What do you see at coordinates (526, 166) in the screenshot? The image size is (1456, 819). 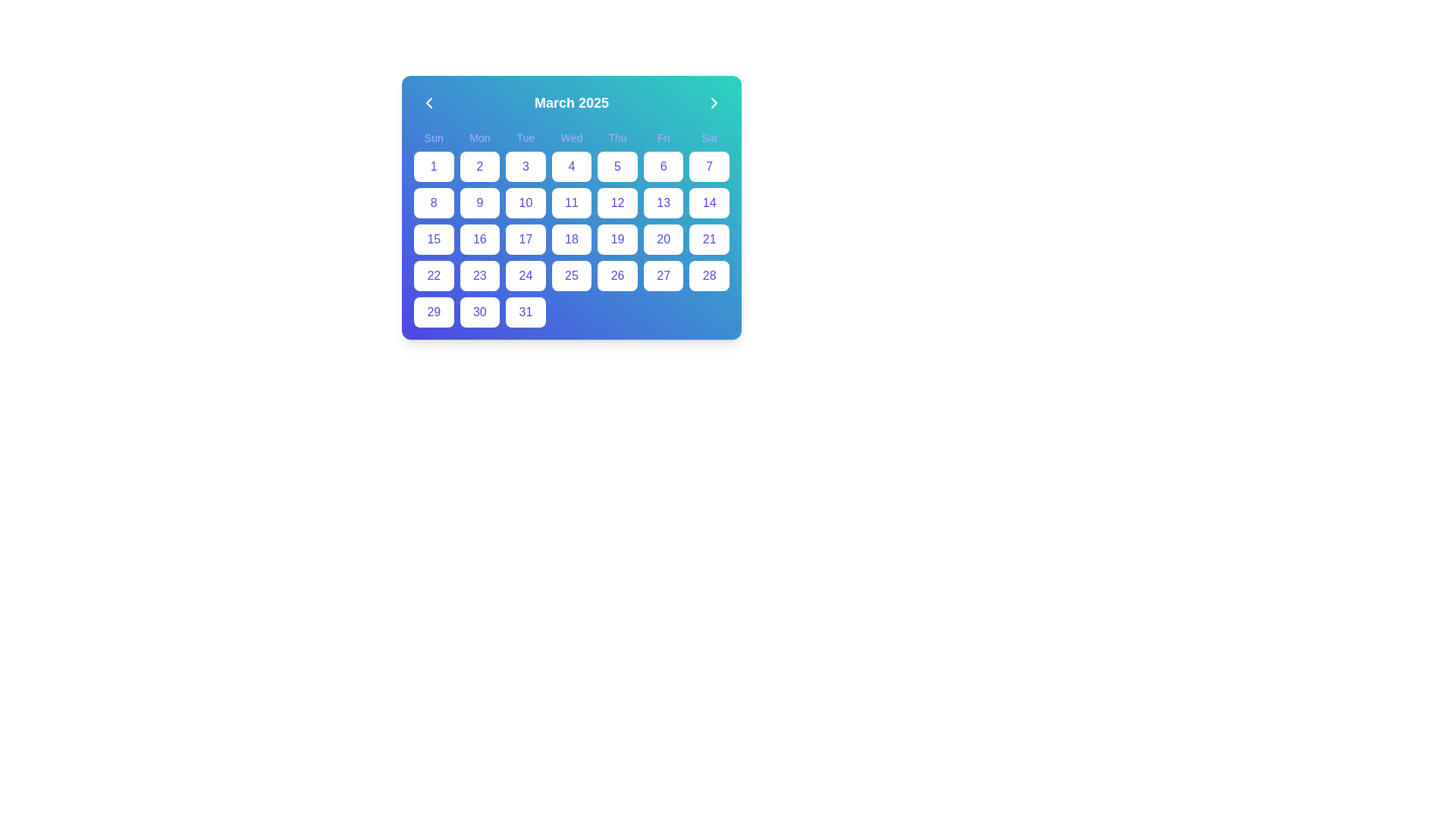 I see `the button representing the third day of the month in the calendar interface` at bounding box center [526, 166].